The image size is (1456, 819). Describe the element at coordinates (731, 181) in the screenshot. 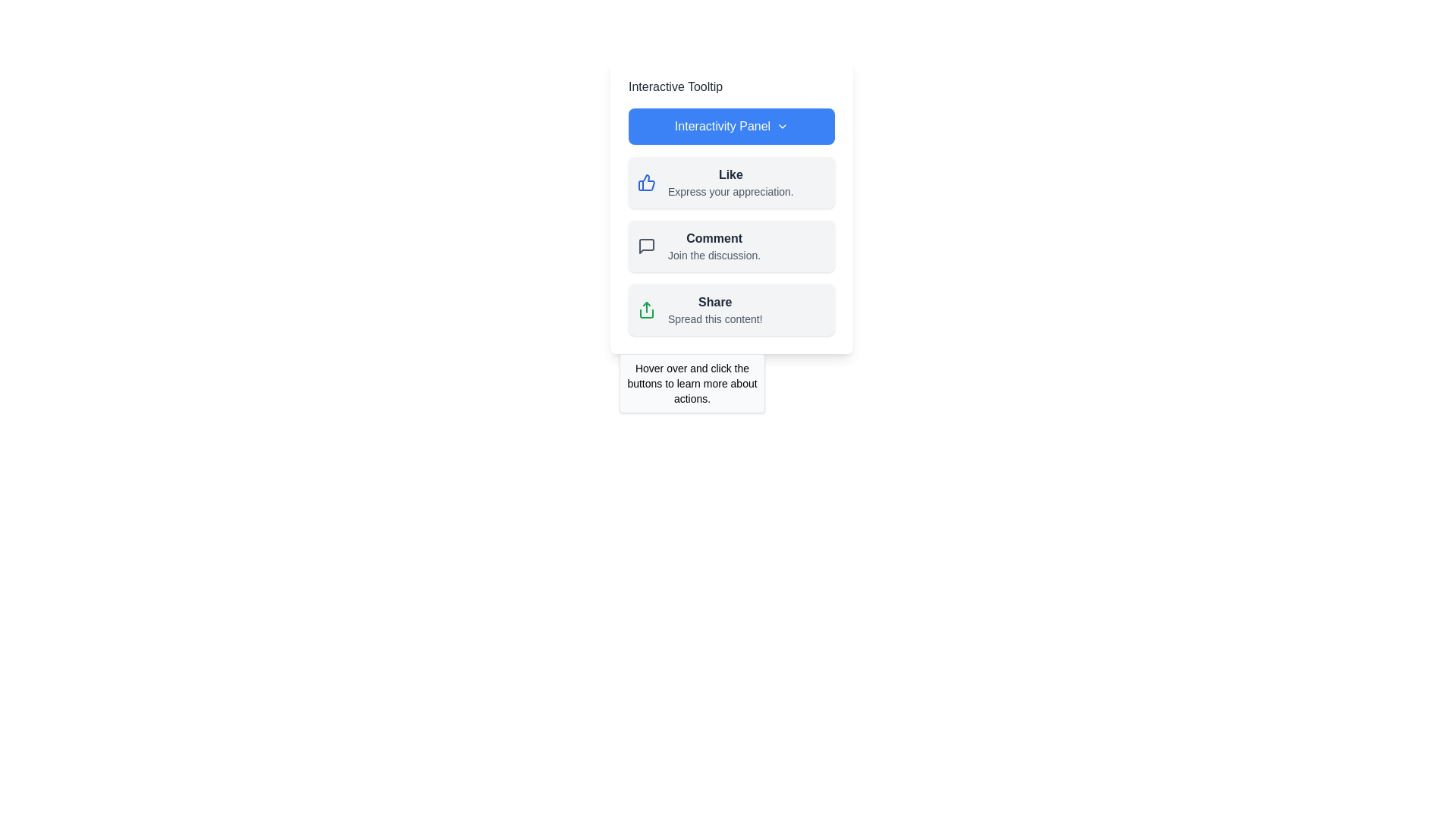

I see `the first button in the vertical list under the header 'Interactive Tooltip'` at that location.